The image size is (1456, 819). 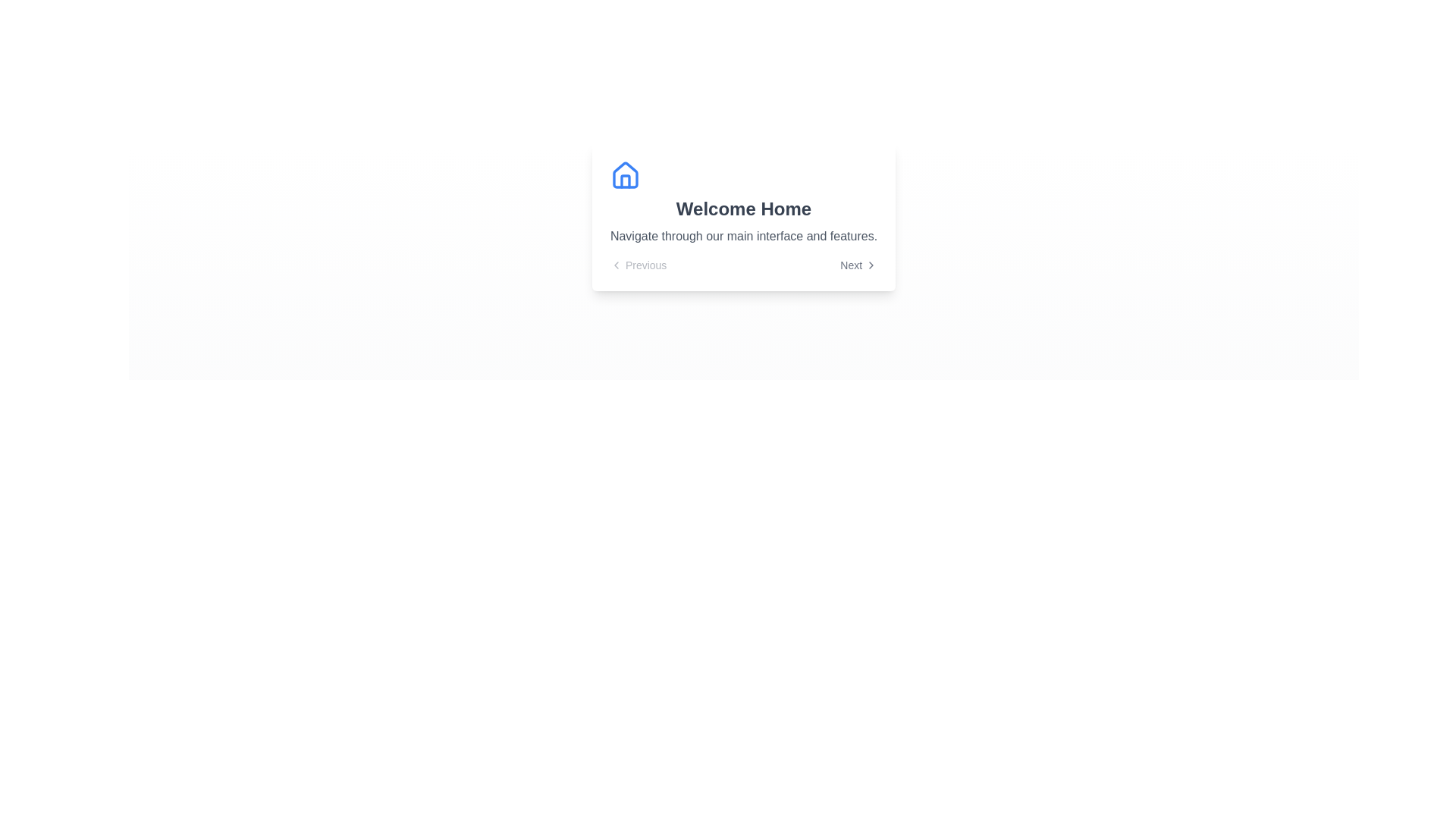 What do you see at coordinates (625, 174) in the screenshot?
I see `the house-shaped icon with a blue stroke located at the top left corner of the 'Welcome Home' card, directly above the main header text` at bounding box center [625, 174].